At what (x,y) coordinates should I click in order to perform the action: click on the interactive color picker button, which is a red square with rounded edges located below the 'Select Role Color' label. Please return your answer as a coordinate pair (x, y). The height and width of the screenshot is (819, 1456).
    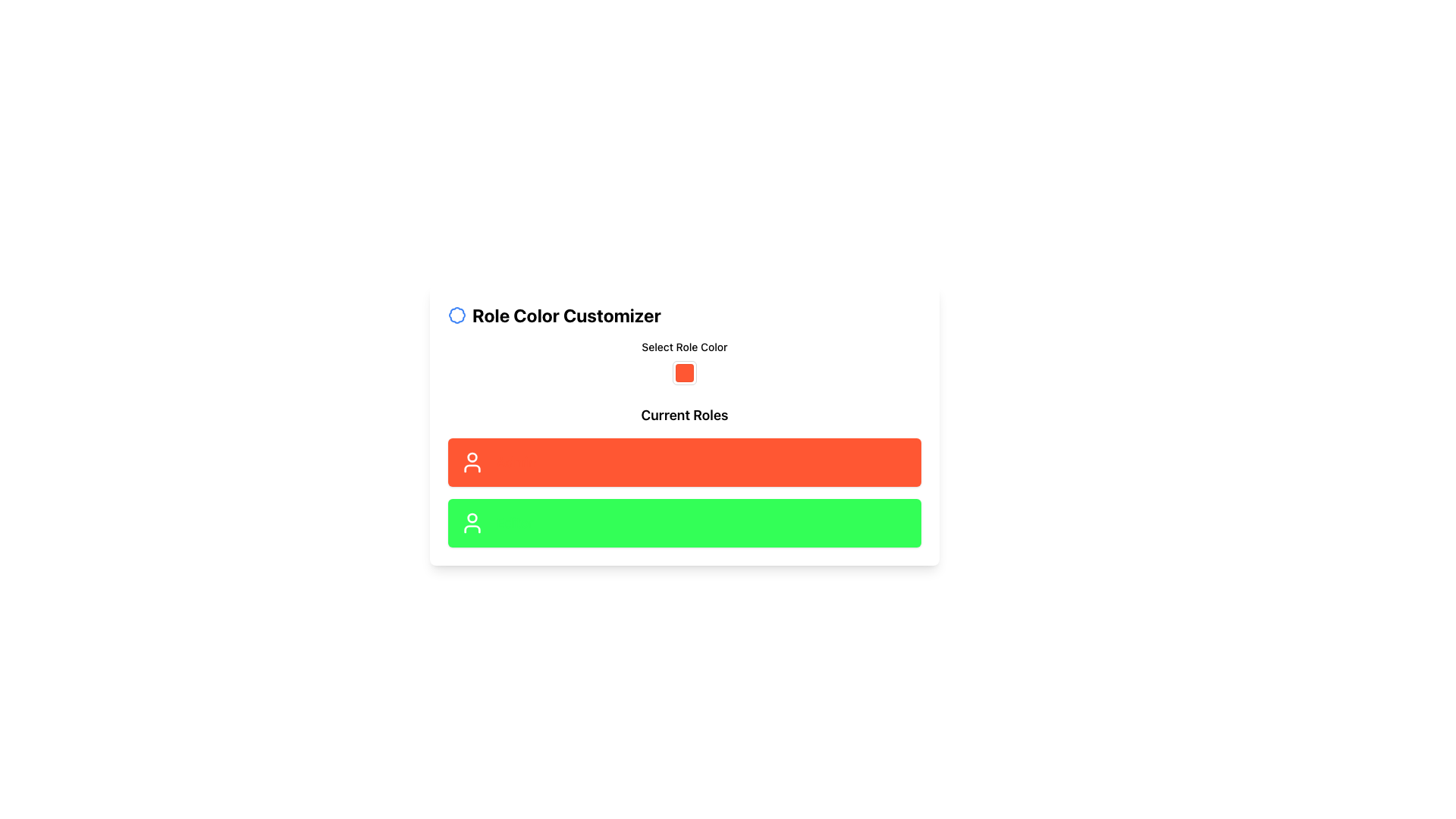
    Looking at the image, I should click on (683, 362).